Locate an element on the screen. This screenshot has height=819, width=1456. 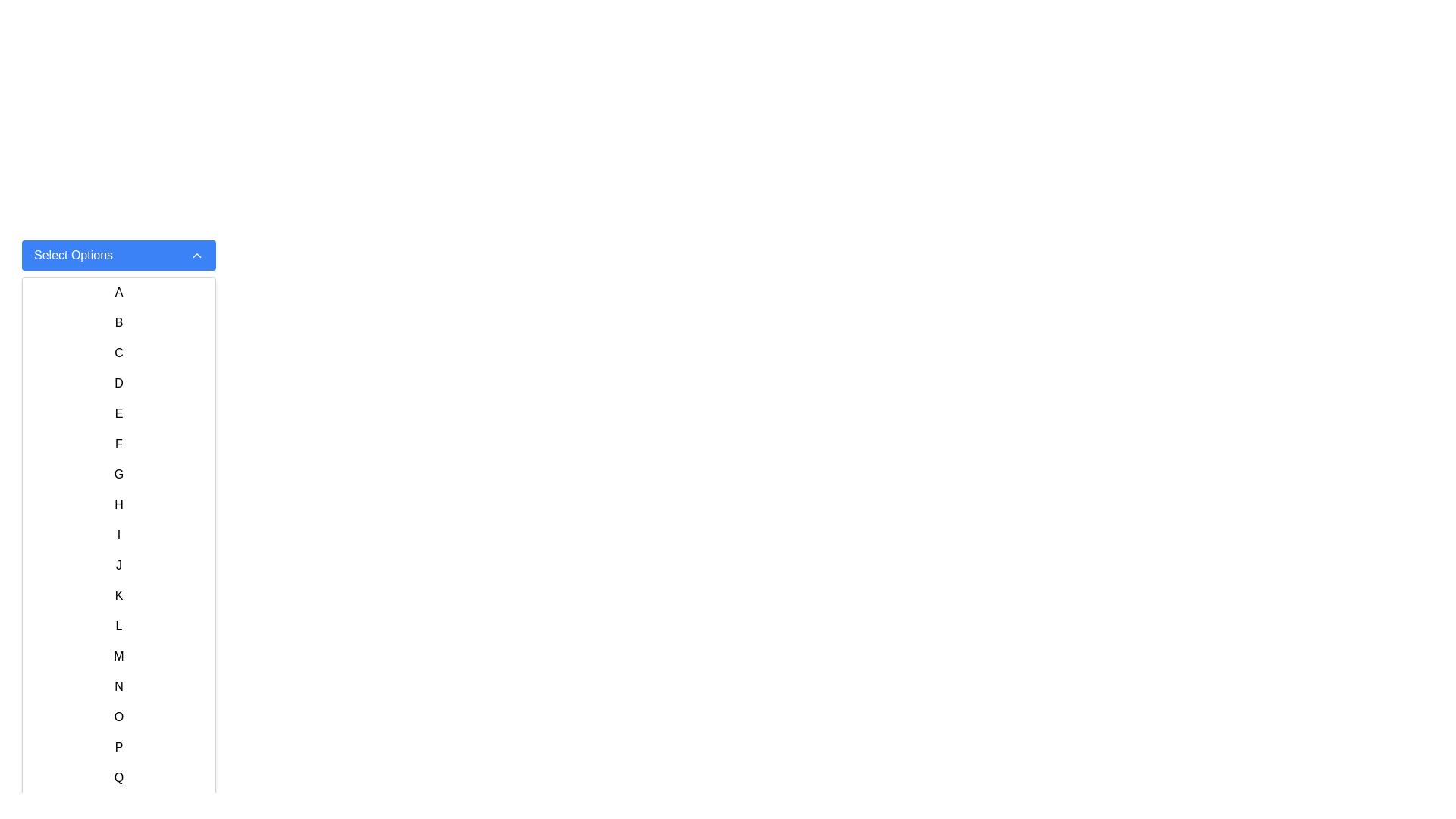
the ninth item in the dropdown menu is located at coordinates (118, 534).